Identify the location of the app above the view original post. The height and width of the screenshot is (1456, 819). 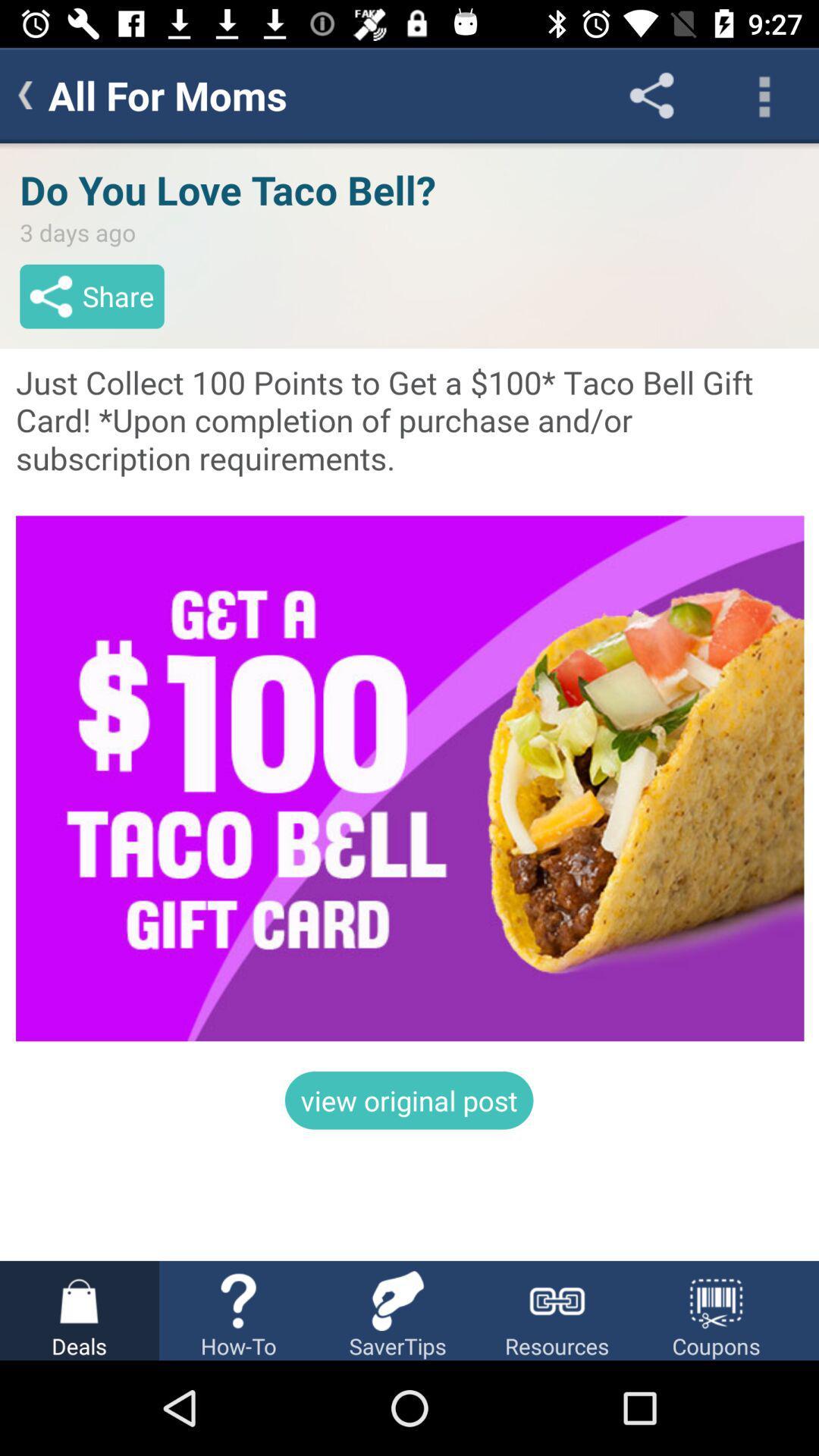
(409, 701).